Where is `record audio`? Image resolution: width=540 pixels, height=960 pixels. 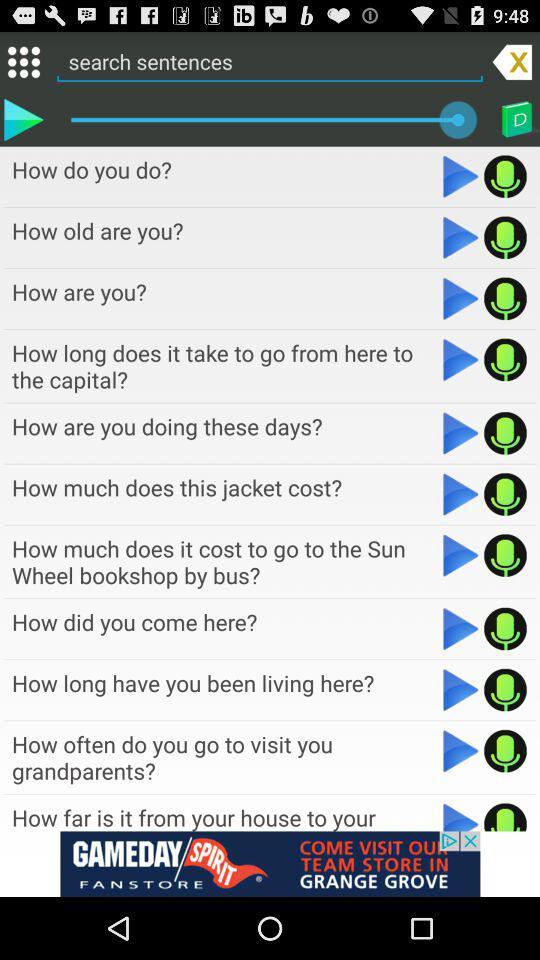 record audio is located at coordinates (504, 237).